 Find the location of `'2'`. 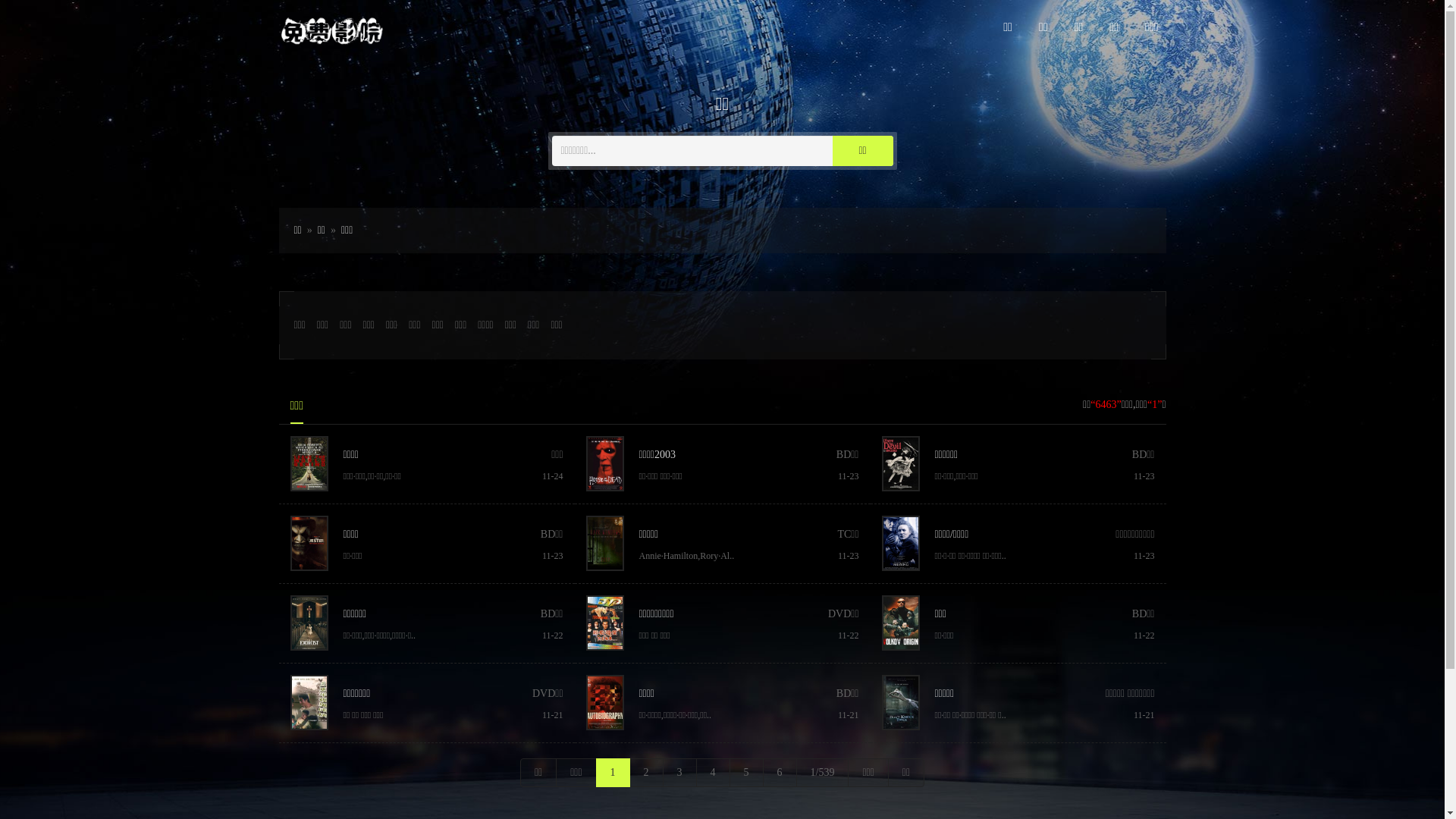

'2' is located at coordinates (629, 772).